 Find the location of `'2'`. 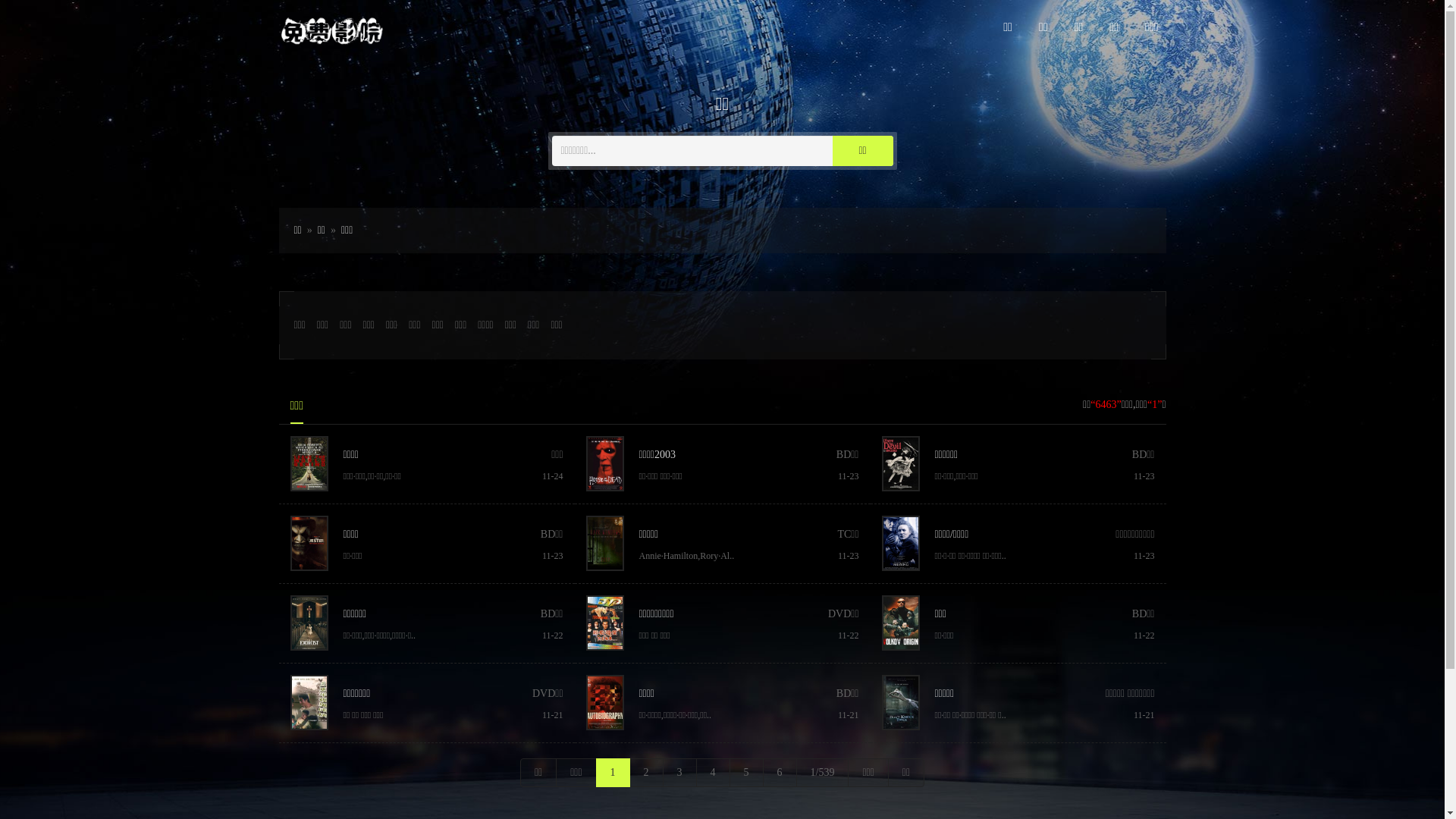

'2' is located at coordinates (629, 772).